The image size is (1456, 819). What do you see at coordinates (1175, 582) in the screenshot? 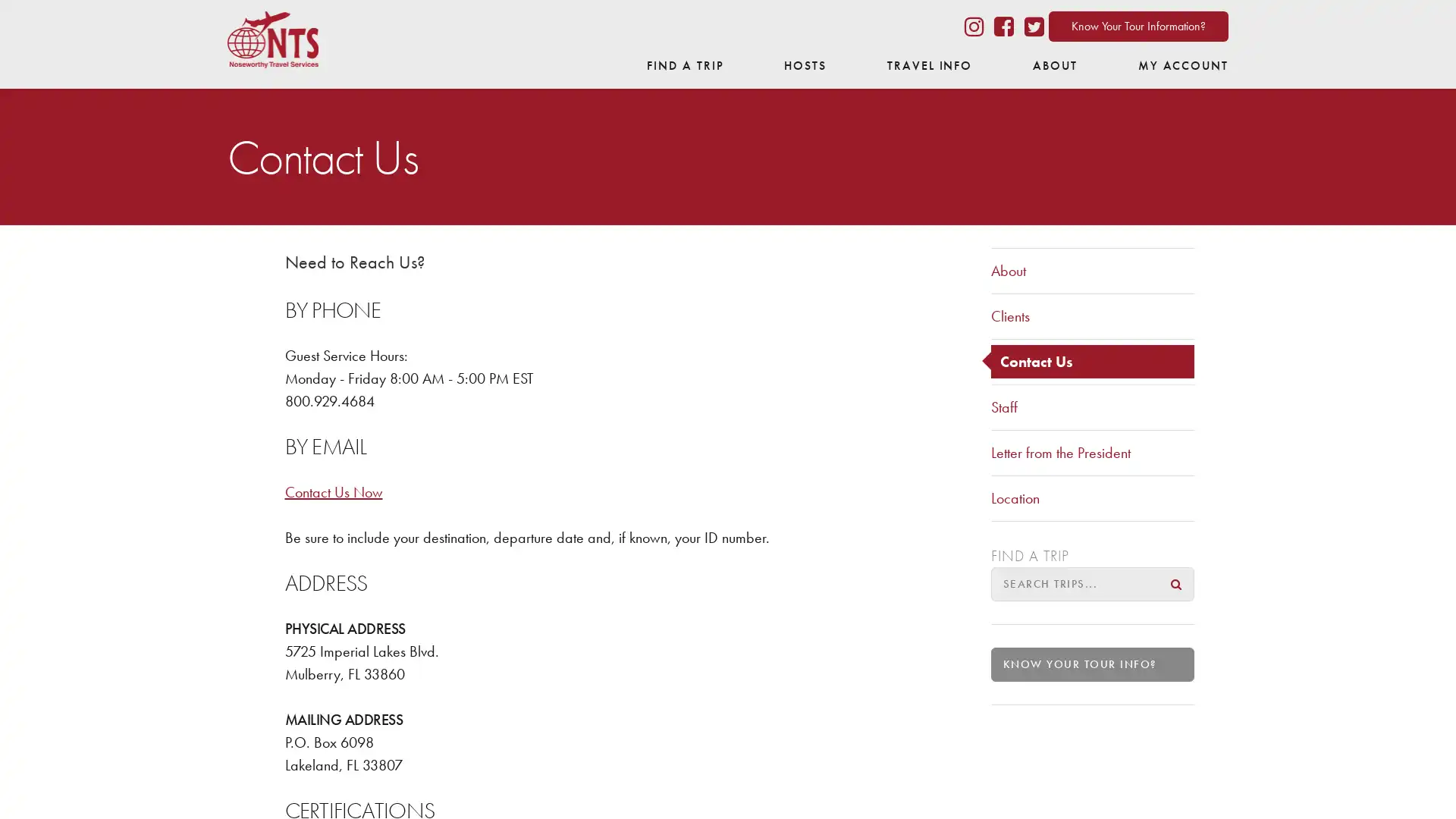
I see `SEARCH` at bounding box center [1175, 582].